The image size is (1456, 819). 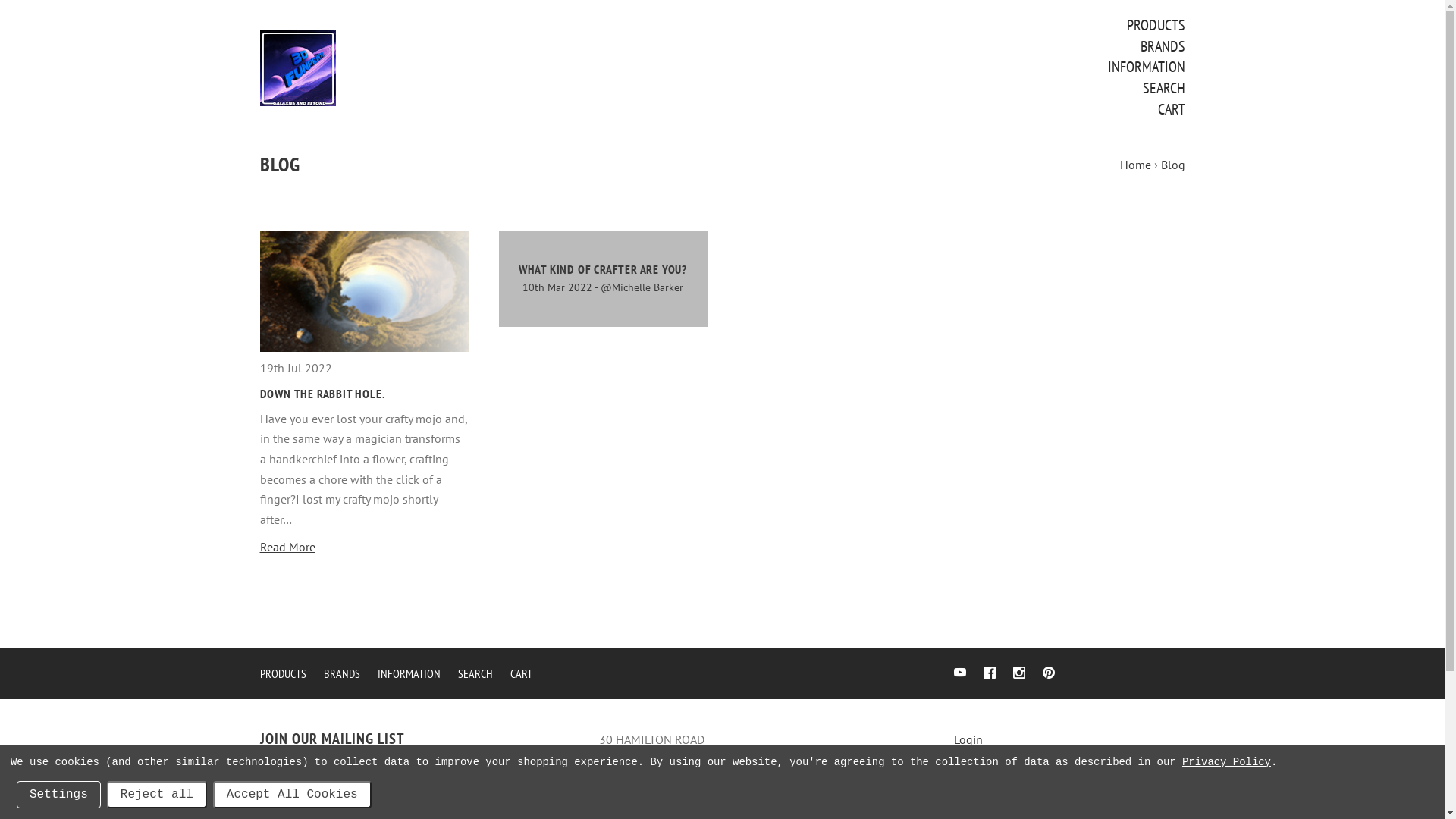 I want to click on 'Settings', so click(x=58, y=794).